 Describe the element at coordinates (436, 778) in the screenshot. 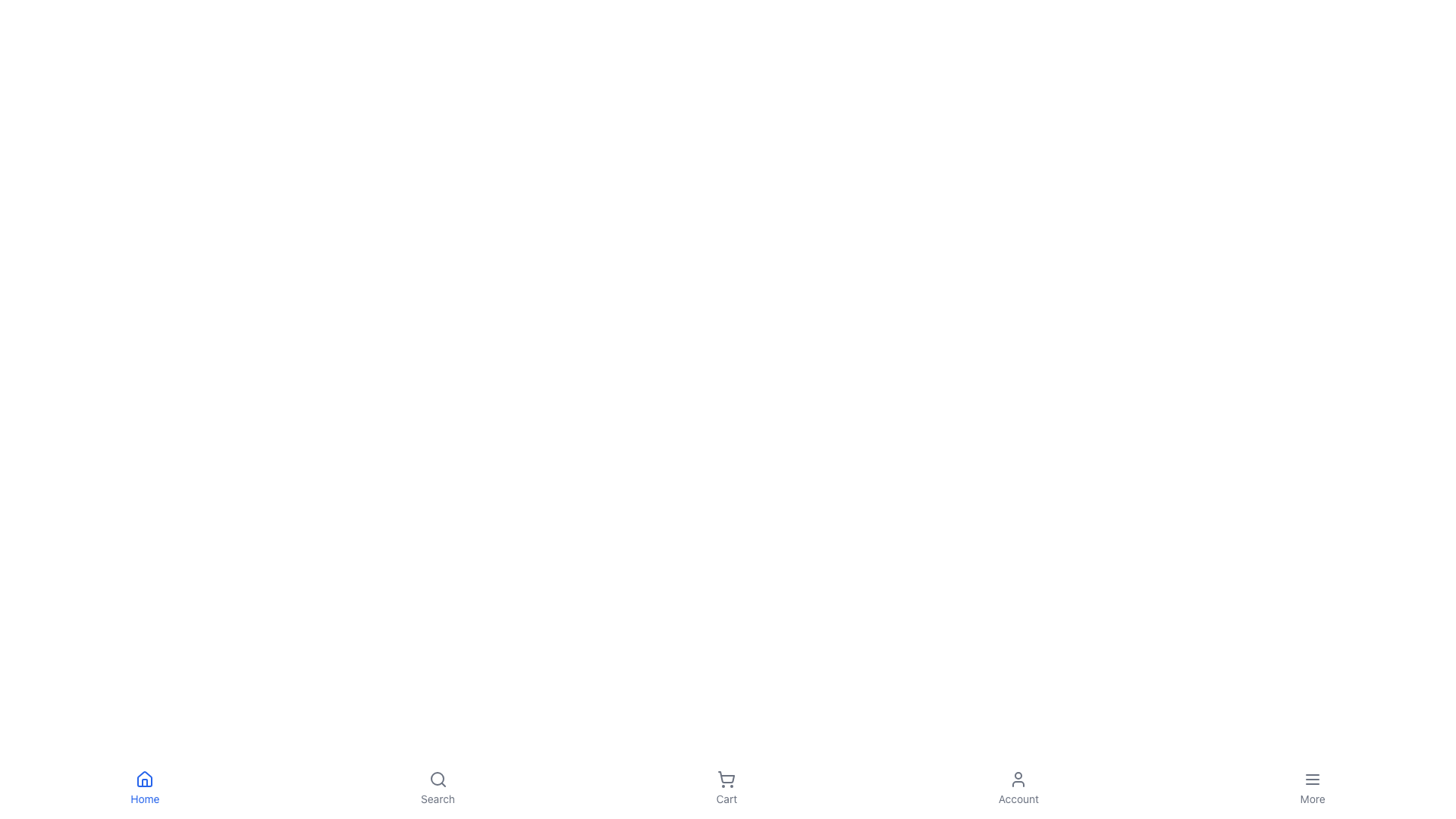

I see `the Decorative Icon Component, which is a small circular shape with a thin outline located in the center of the search icon in the bottom navigation bar` at that location.